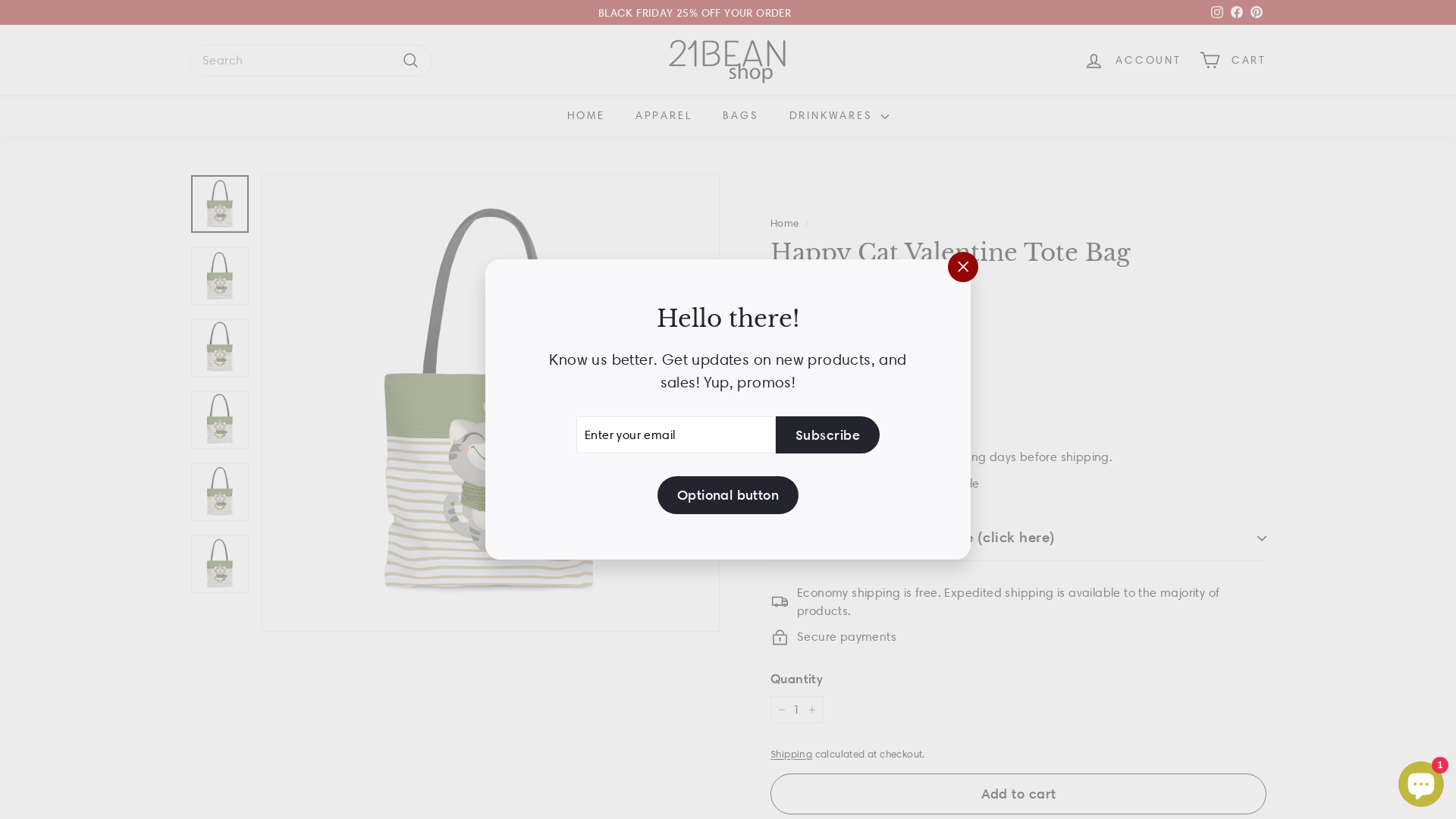  I want to click on 'Shipping', so click(790, 754).